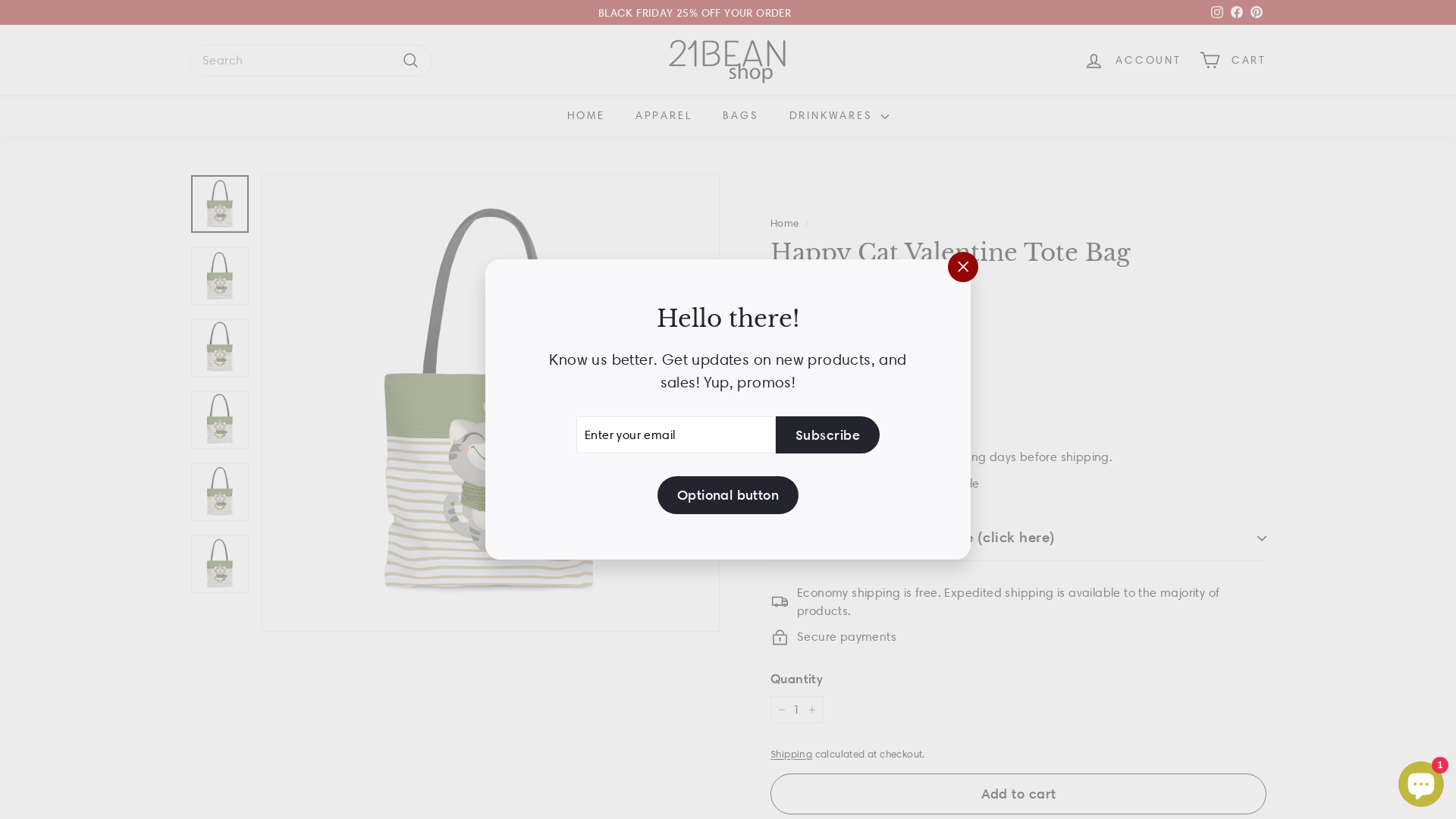  I want to click on 'Shipping', so click(790, 754).